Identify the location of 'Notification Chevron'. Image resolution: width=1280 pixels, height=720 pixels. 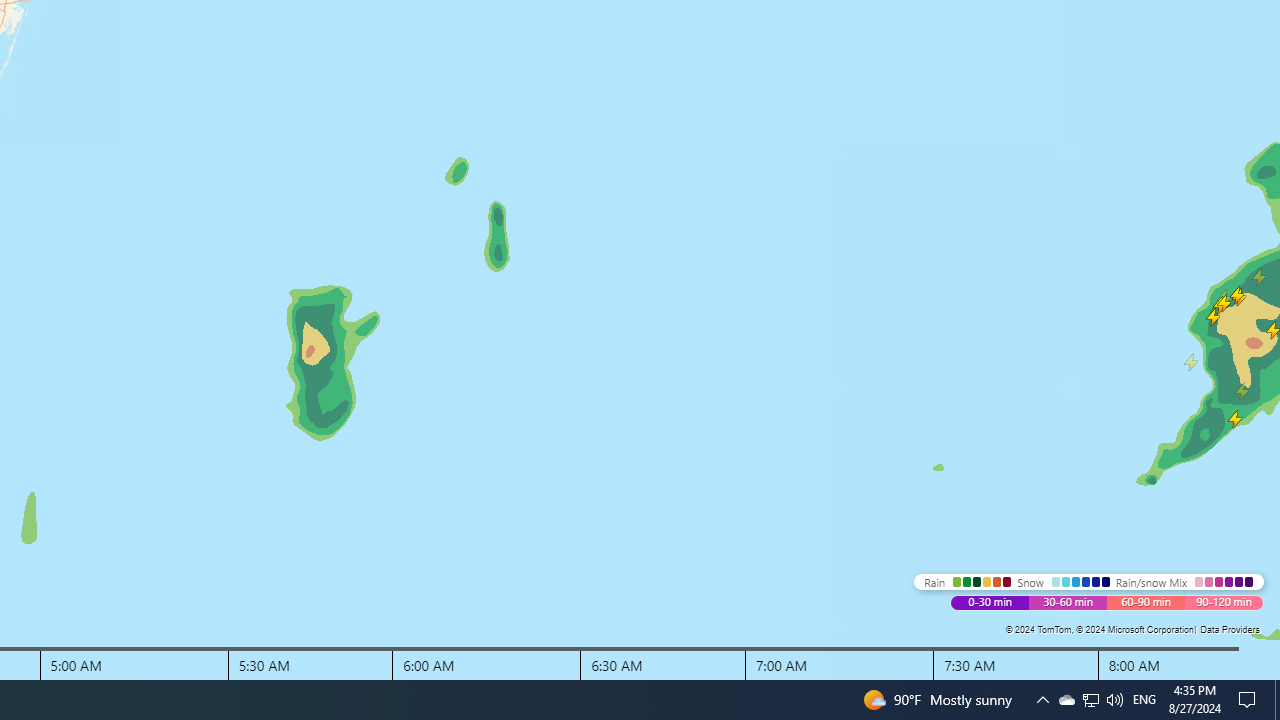
(1041, 698).